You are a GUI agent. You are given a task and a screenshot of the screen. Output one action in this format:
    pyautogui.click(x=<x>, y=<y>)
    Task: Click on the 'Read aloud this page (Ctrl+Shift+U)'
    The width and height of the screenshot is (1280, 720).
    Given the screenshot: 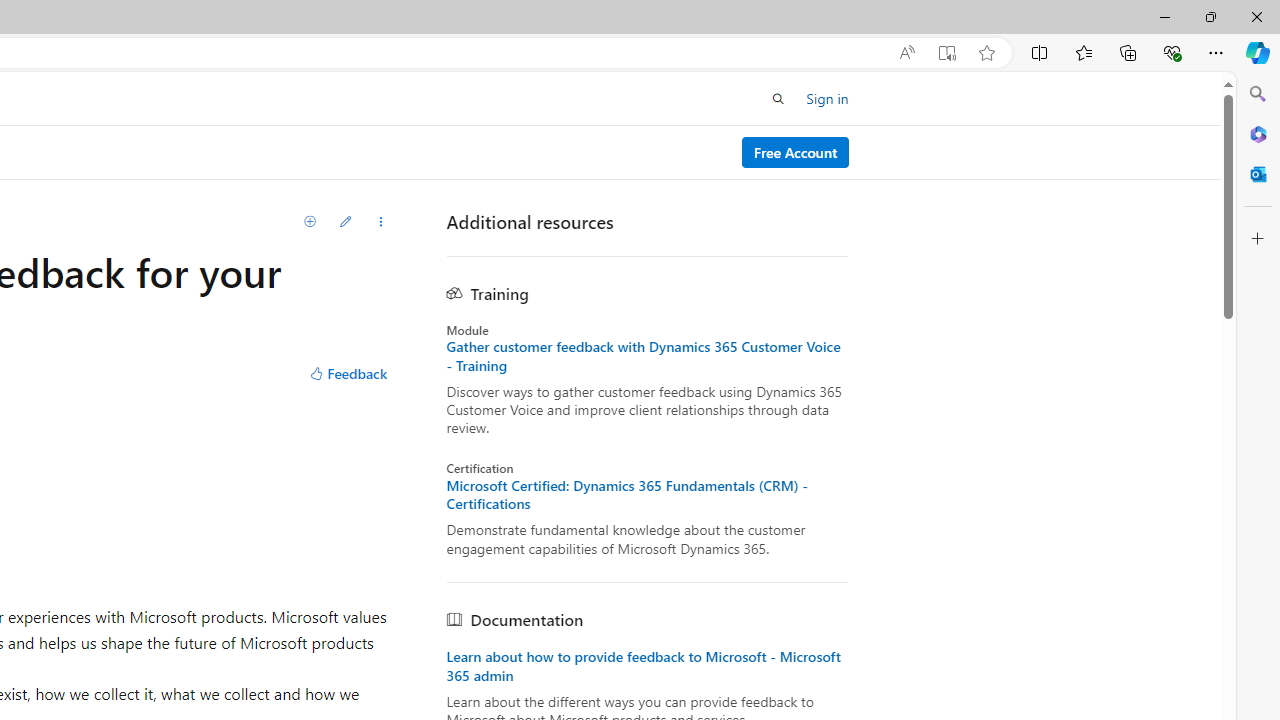 What is the action you would take?
    pyautogui.click(x=905, y=52)
    